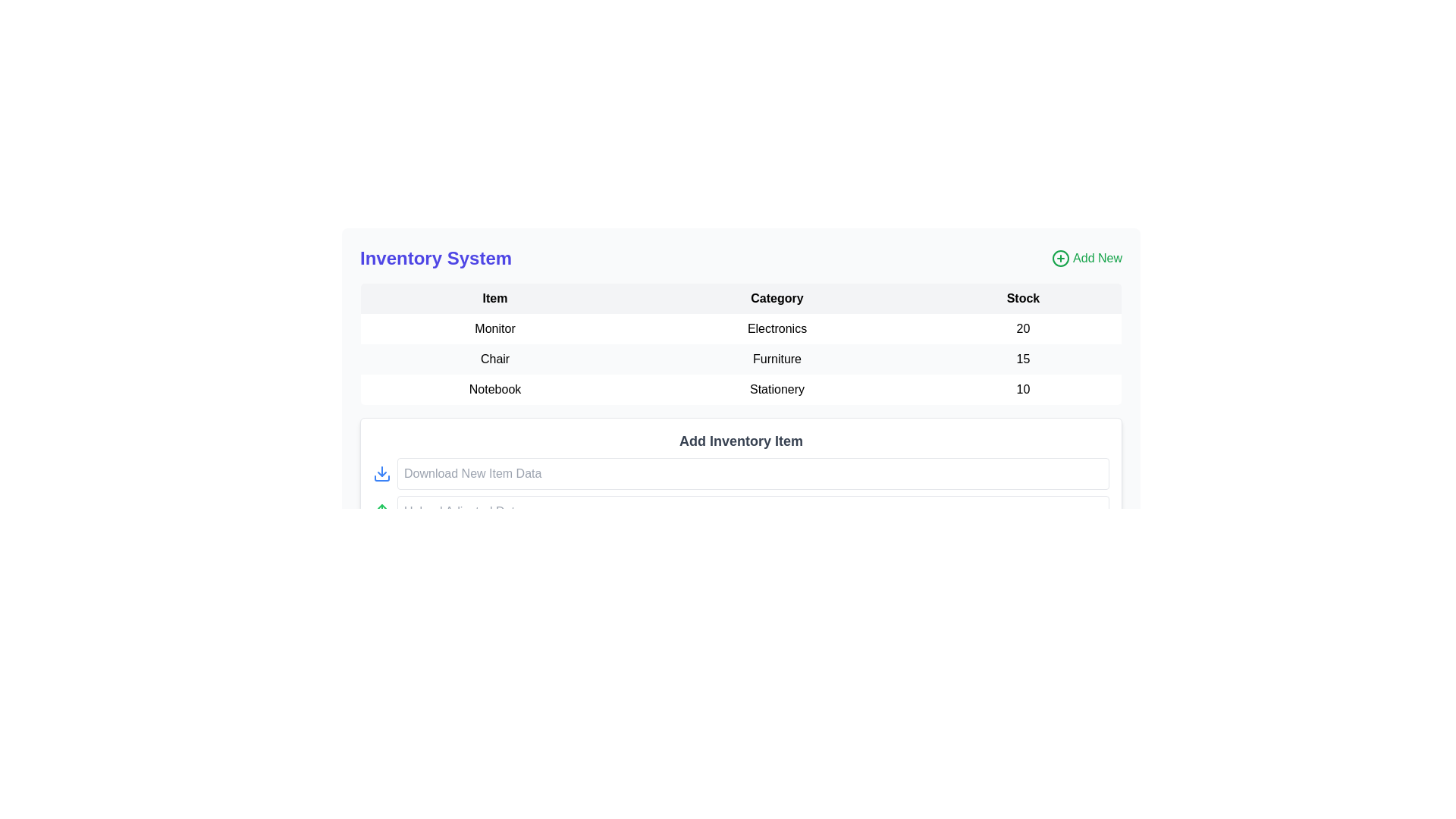  Describe the element at coordinates (741, 328) in the screenshot. I see `the first row of the inventory table that contains the item 'Monitor', category 'Electronics', and stock quantity '20'` at that location.